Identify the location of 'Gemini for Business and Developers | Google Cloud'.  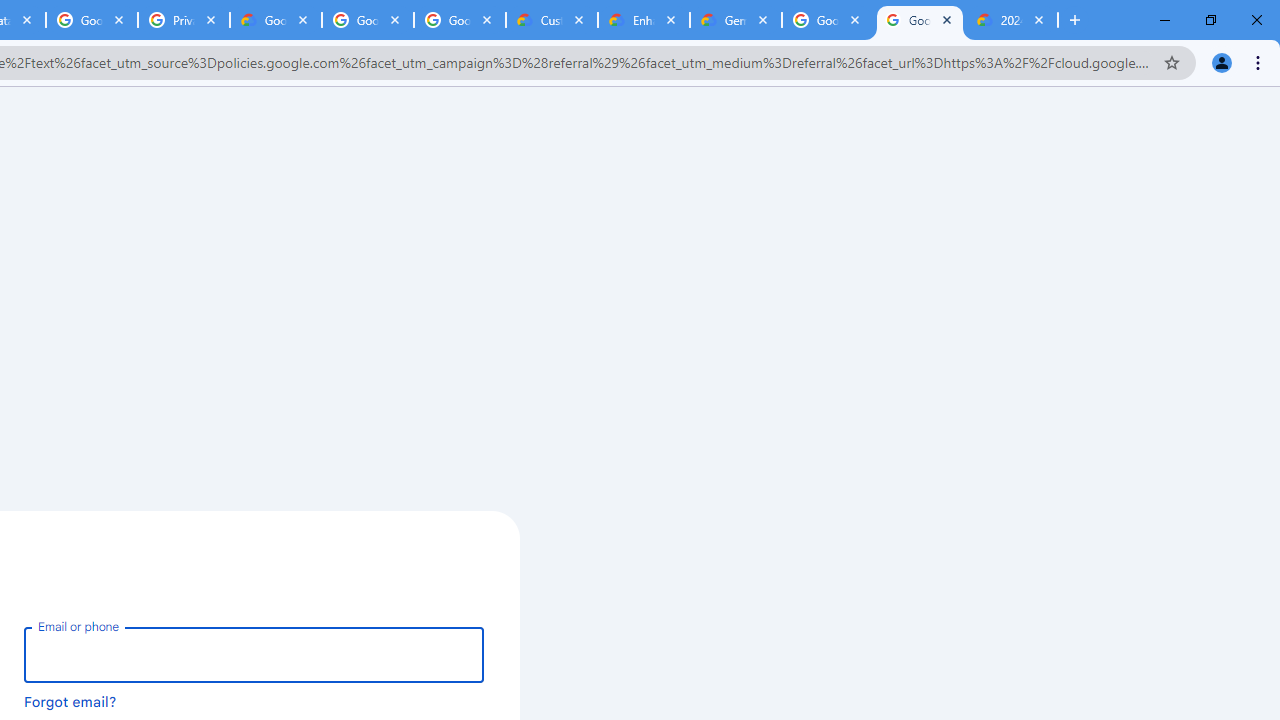
(735, 20).